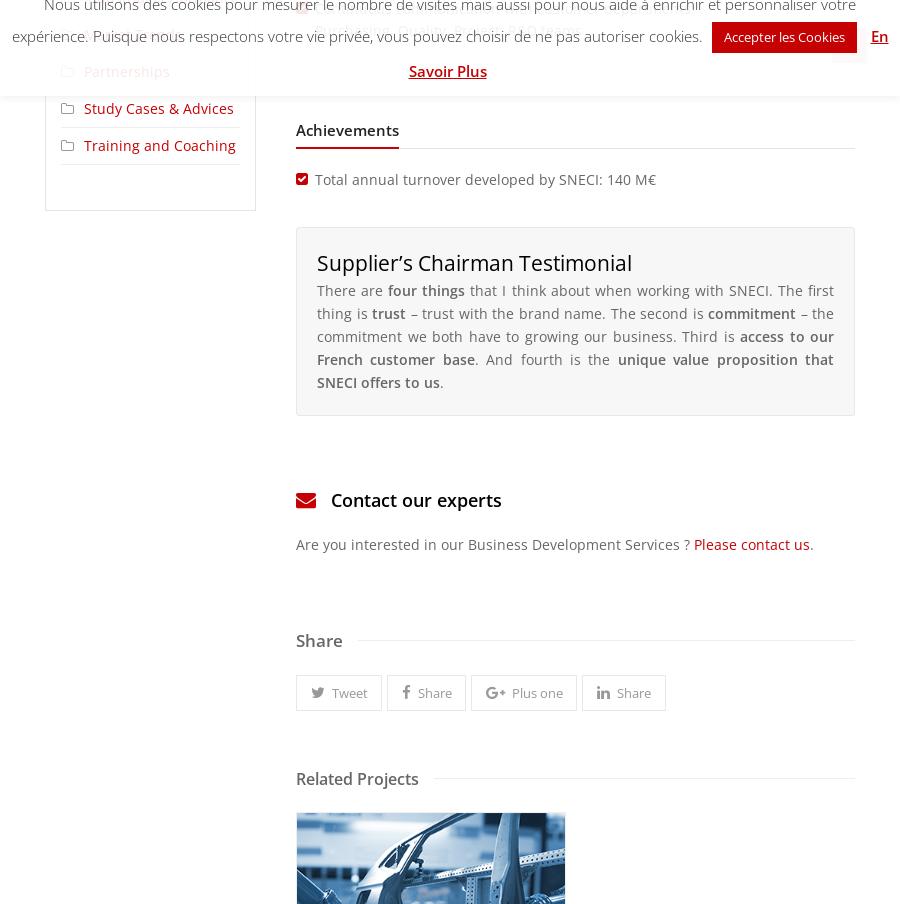  Describe the element at coordinates (751, 544) in the screenshot. I see `'Please contact us'` at that location.